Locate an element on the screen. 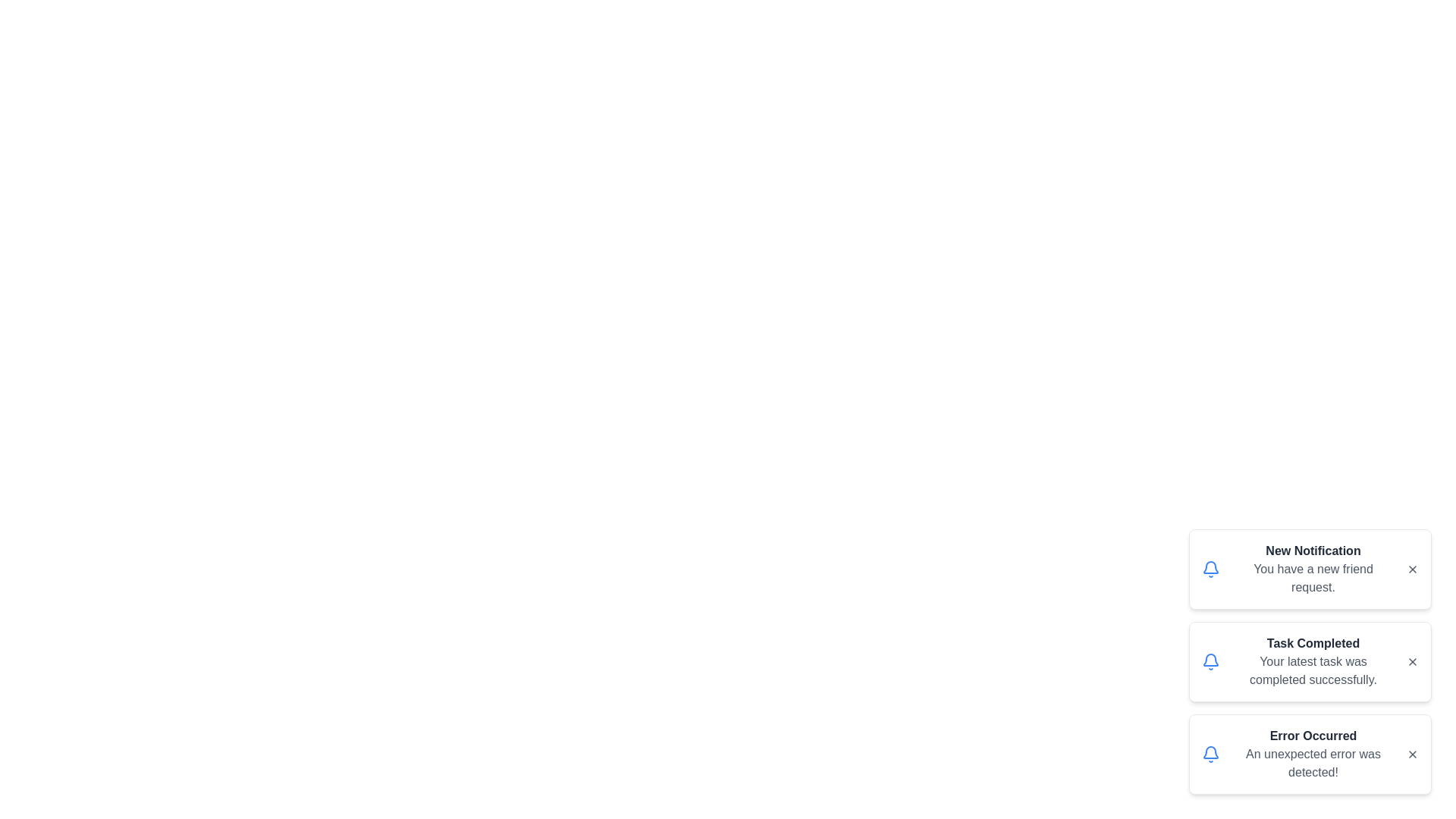 This screenshot has height=819, width=1456. close button of the notification titled 'Error Occurred' is located at coordinates (1411, 755).